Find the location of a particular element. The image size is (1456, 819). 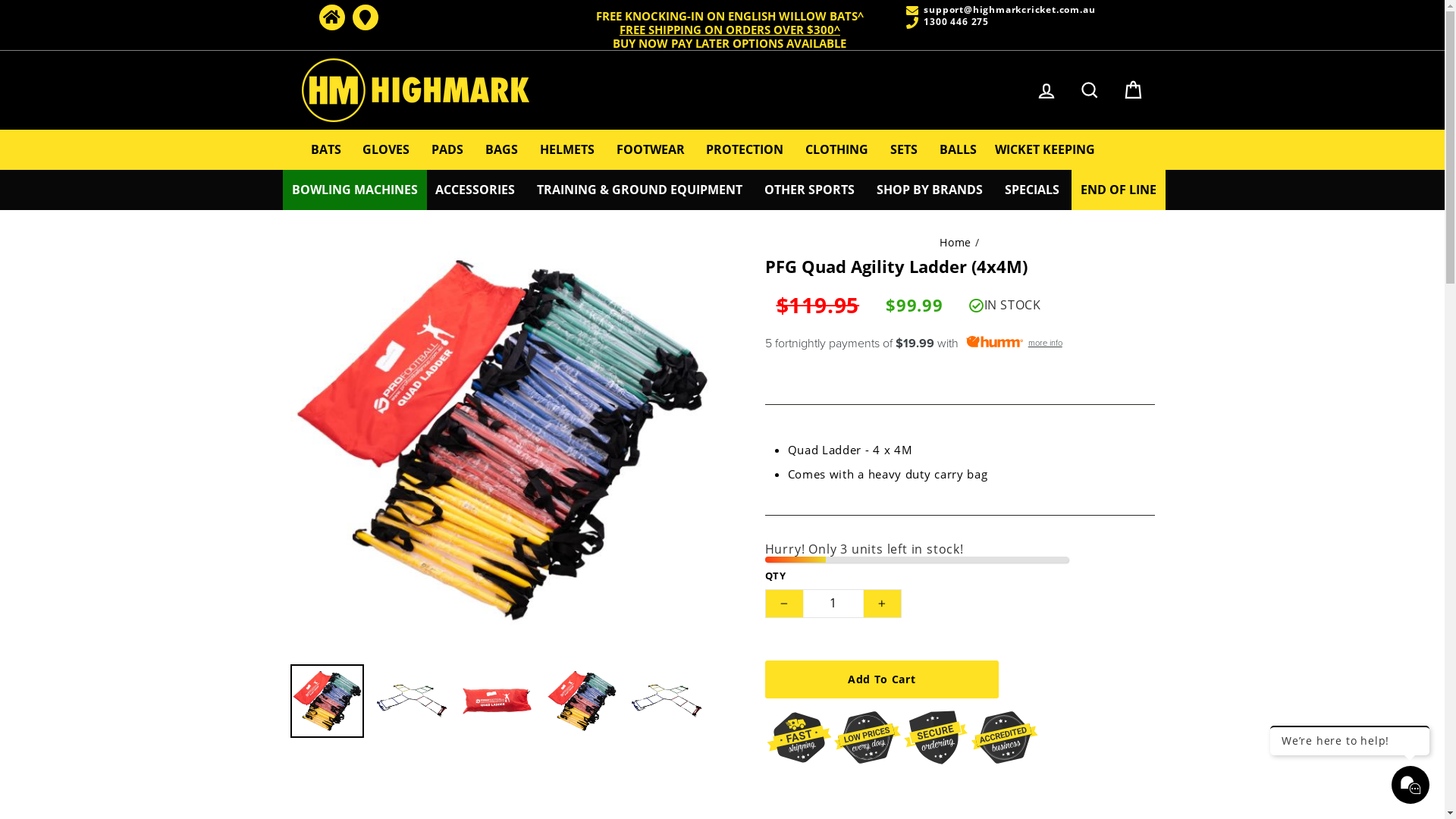

'Contact Us' is located at coordinates (364, 17).